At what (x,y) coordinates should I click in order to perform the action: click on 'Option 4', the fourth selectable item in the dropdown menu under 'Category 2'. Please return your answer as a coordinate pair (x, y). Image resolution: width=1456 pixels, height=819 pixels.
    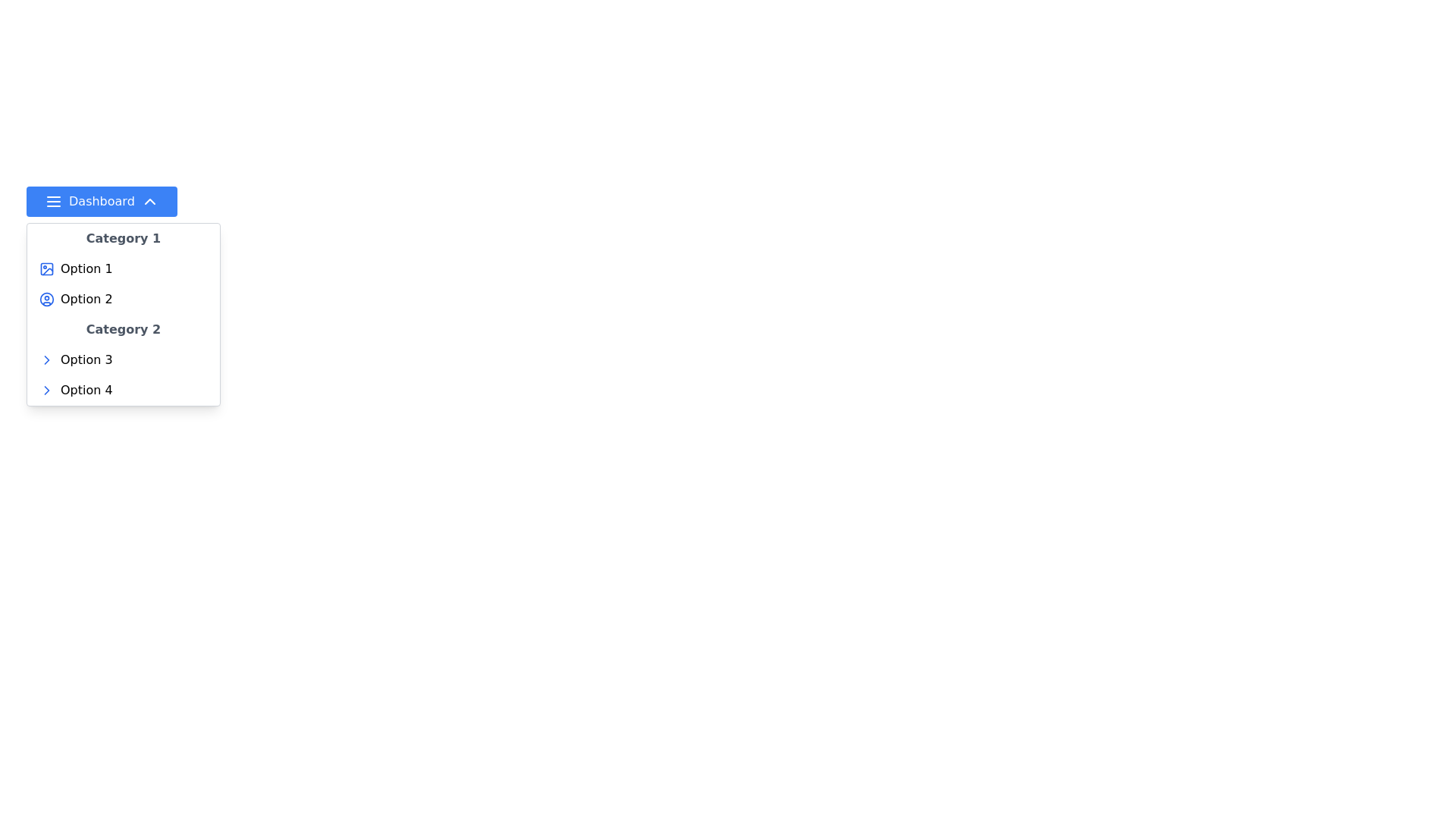
    Looking at the image, I should click on (124, 390).